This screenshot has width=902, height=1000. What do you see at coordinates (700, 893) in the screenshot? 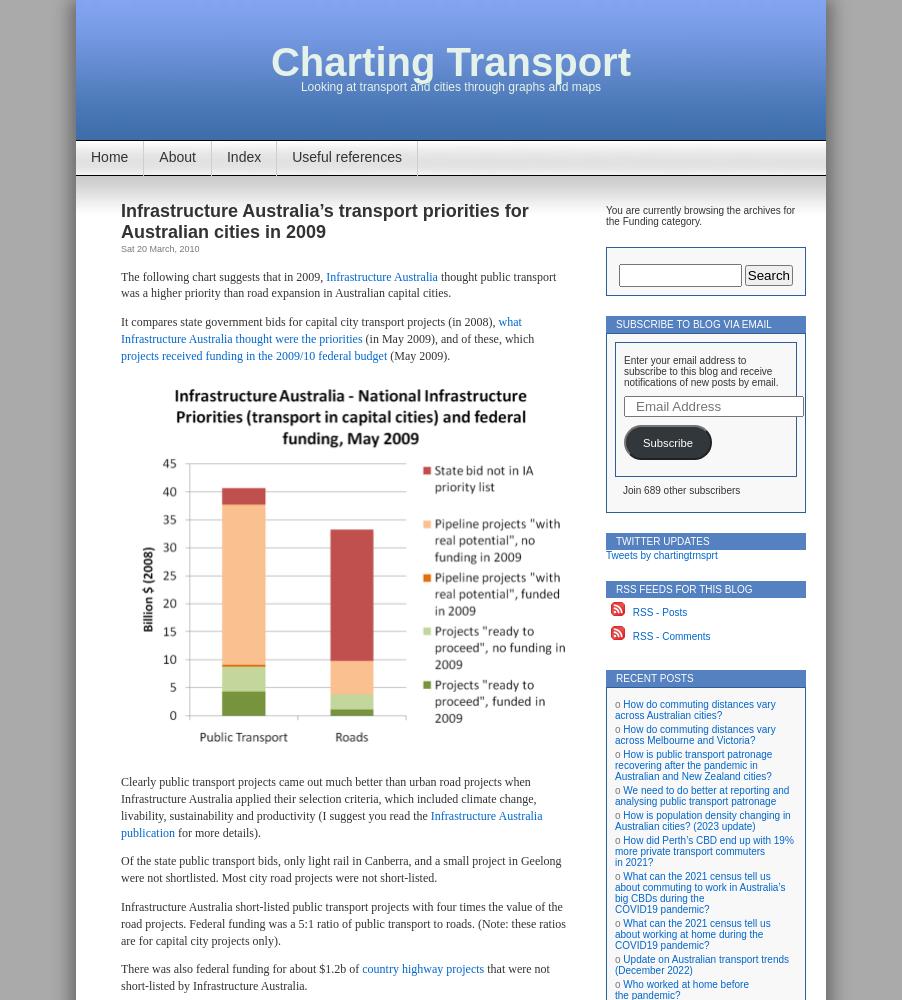
I see `'What can the 2021 census tell us about commuting to work in Australia’s big CBDs during the COVID19 pandemic?'` at bounding box center [700, 893].